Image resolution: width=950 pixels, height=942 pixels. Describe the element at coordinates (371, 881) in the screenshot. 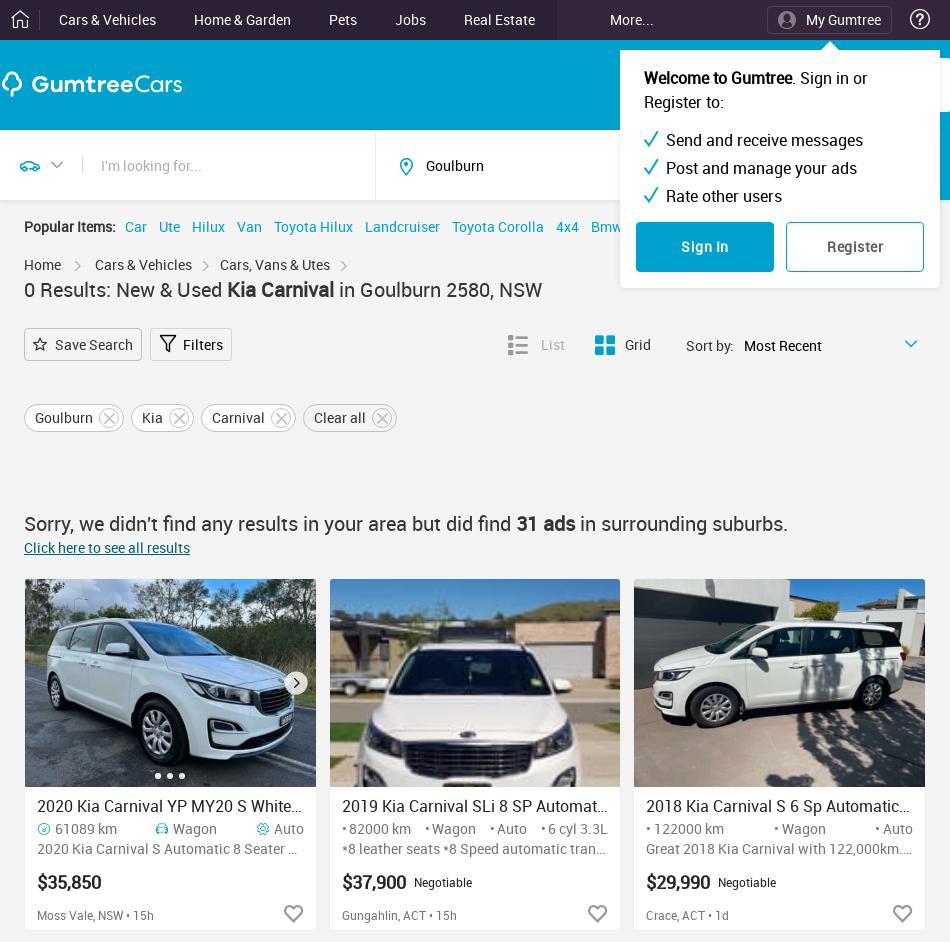

I see `'$37,900'` at that location.